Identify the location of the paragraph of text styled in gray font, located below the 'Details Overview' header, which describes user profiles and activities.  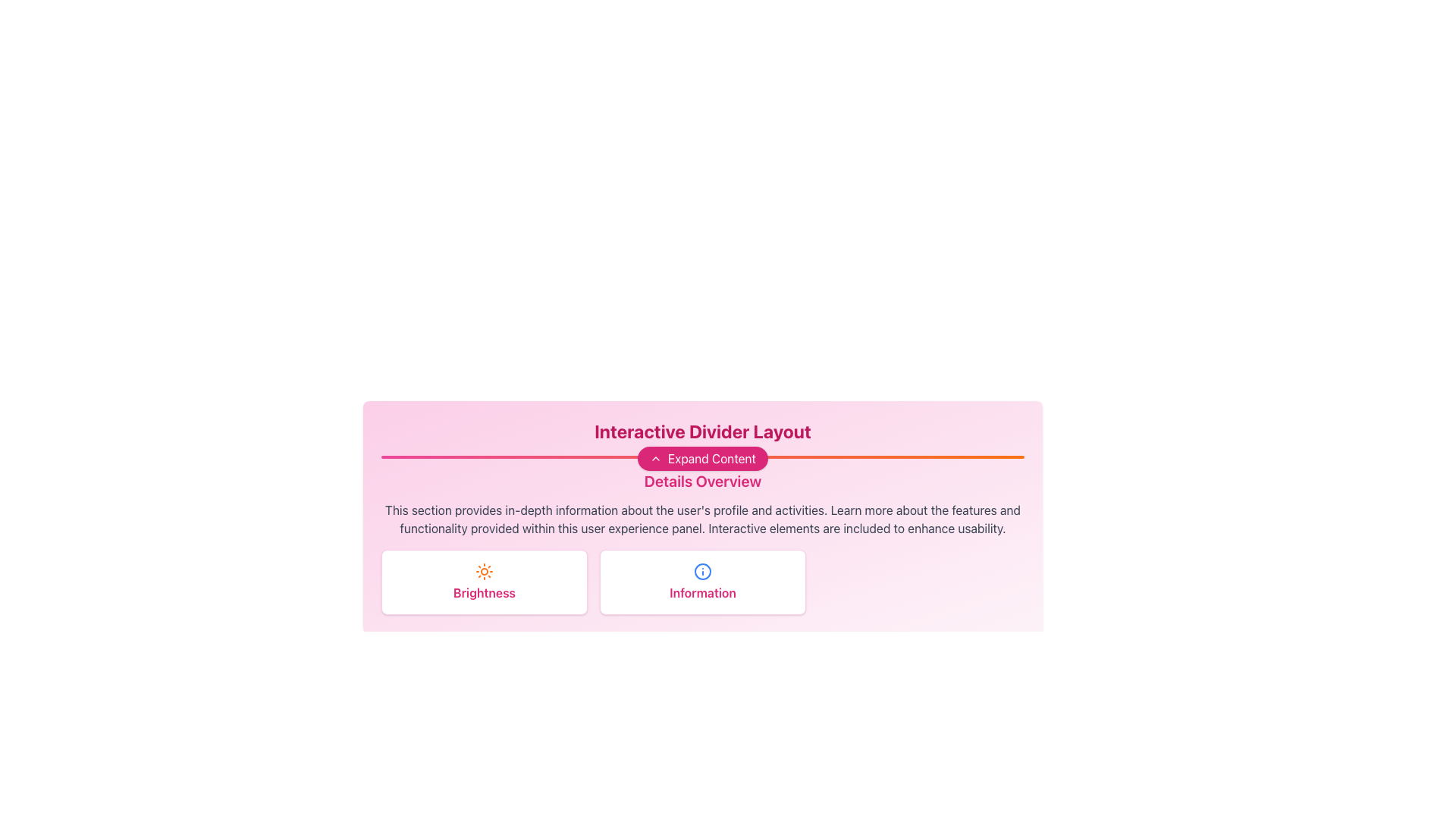
(701, 519).